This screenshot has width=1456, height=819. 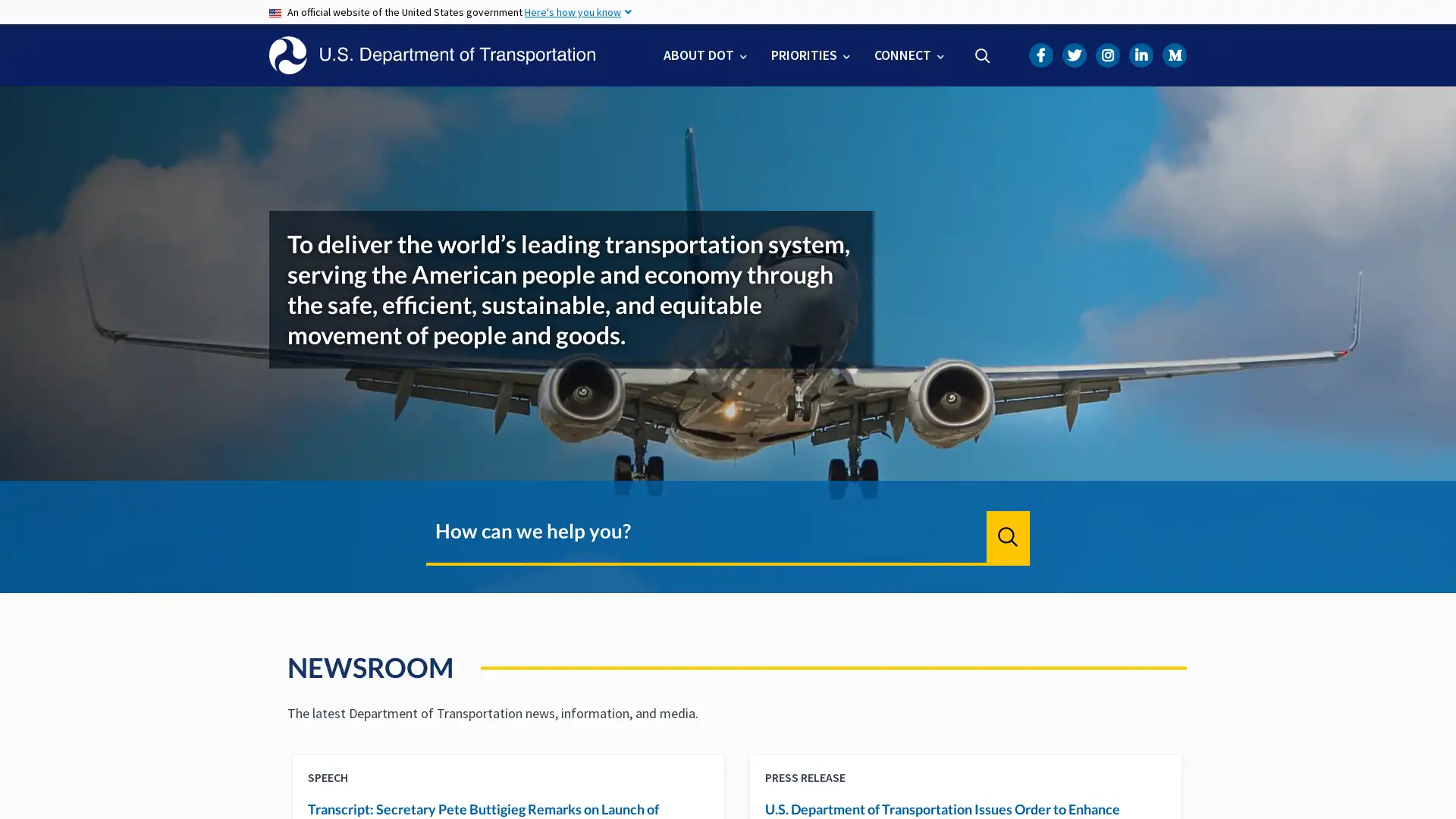 What do you see at coordinates (1008, 536) in the screenshot?
I see `Search` at bounding box center [1008, 536].